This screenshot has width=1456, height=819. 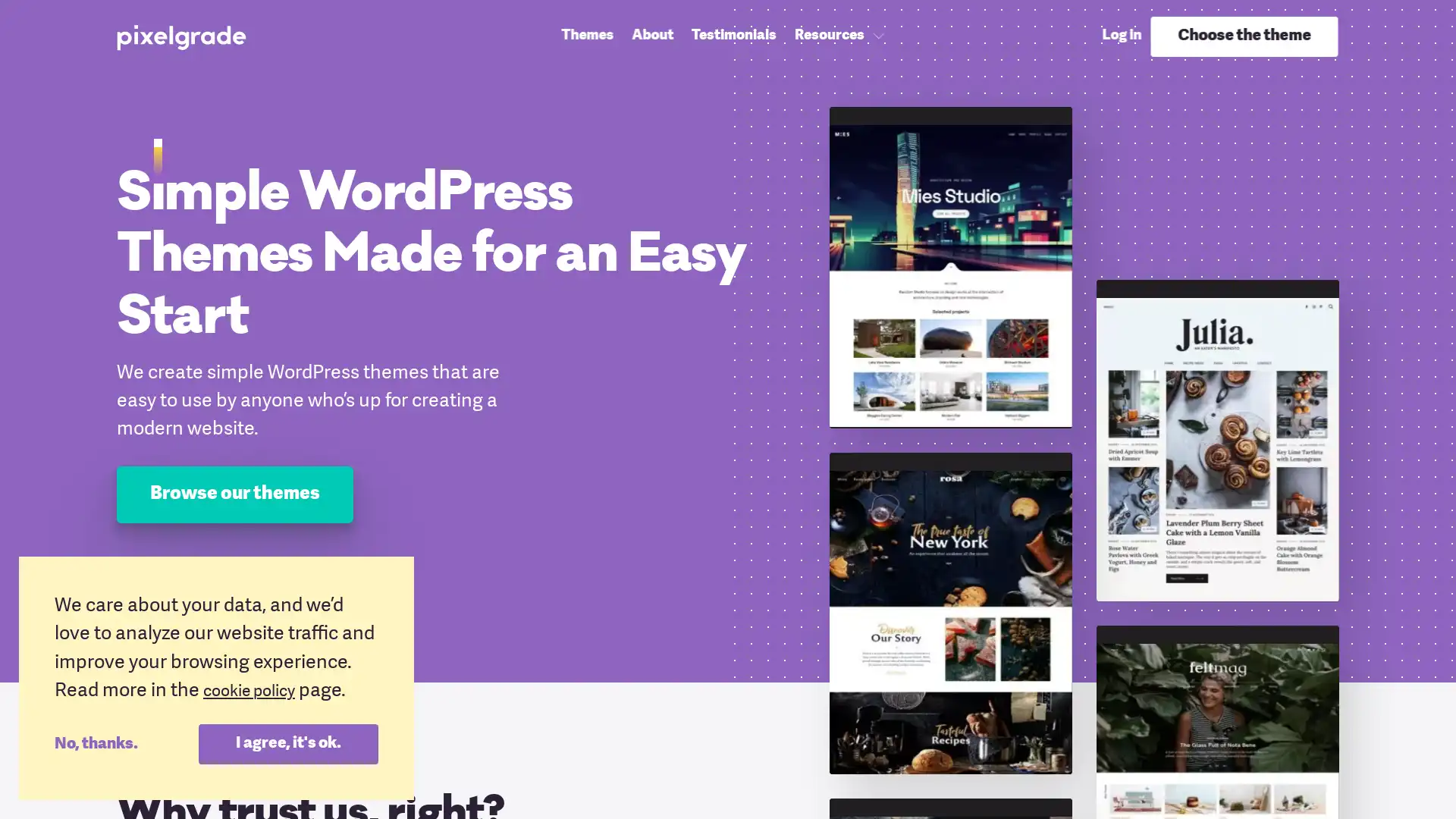 What do you see at coordinates (126, 742) in the screenshot?
I see `No, thanks.` at bounding box center [126, 742].